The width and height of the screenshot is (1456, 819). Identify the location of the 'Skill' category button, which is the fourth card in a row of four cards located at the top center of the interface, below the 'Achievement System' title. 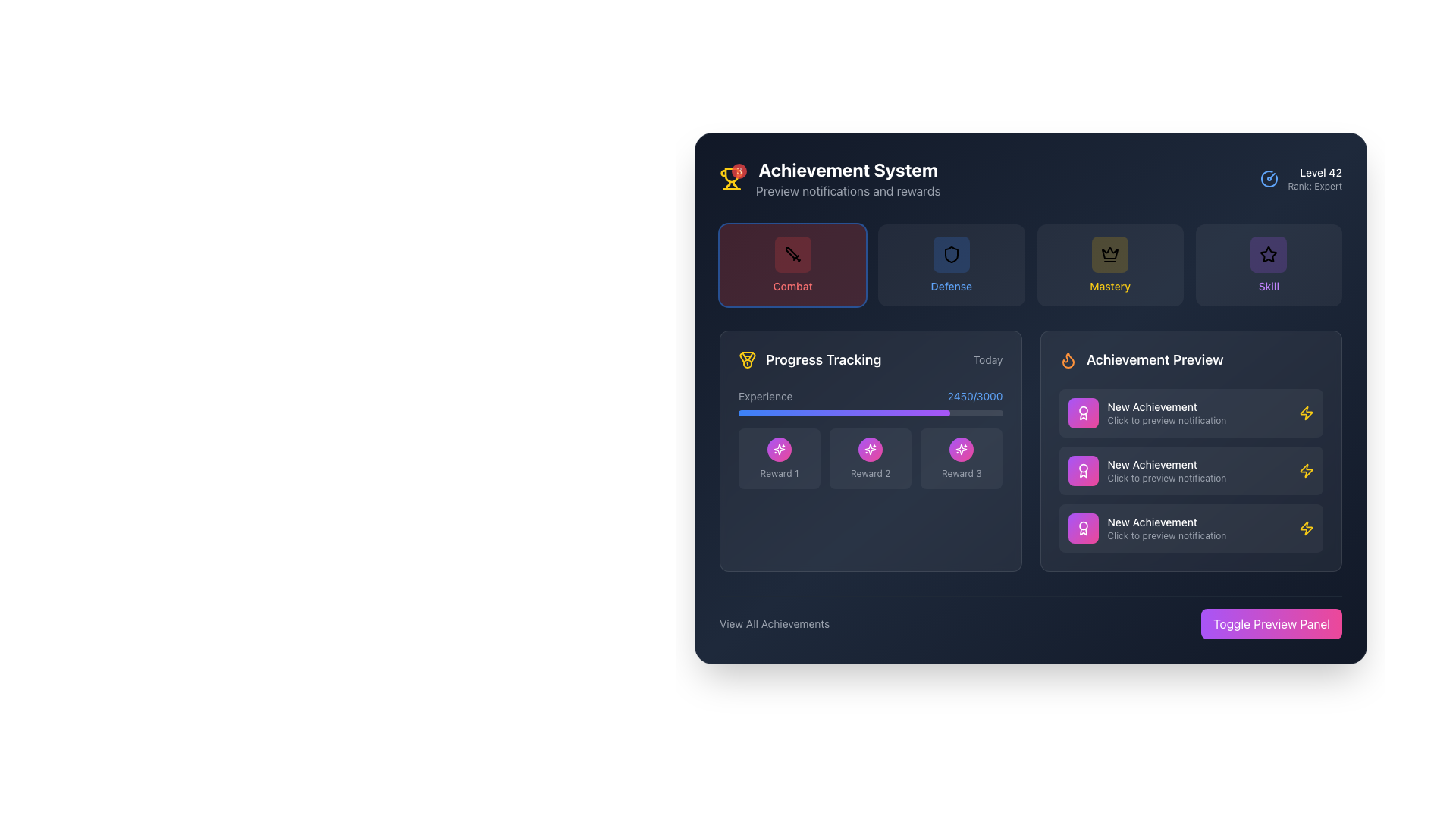
(1269, 265).